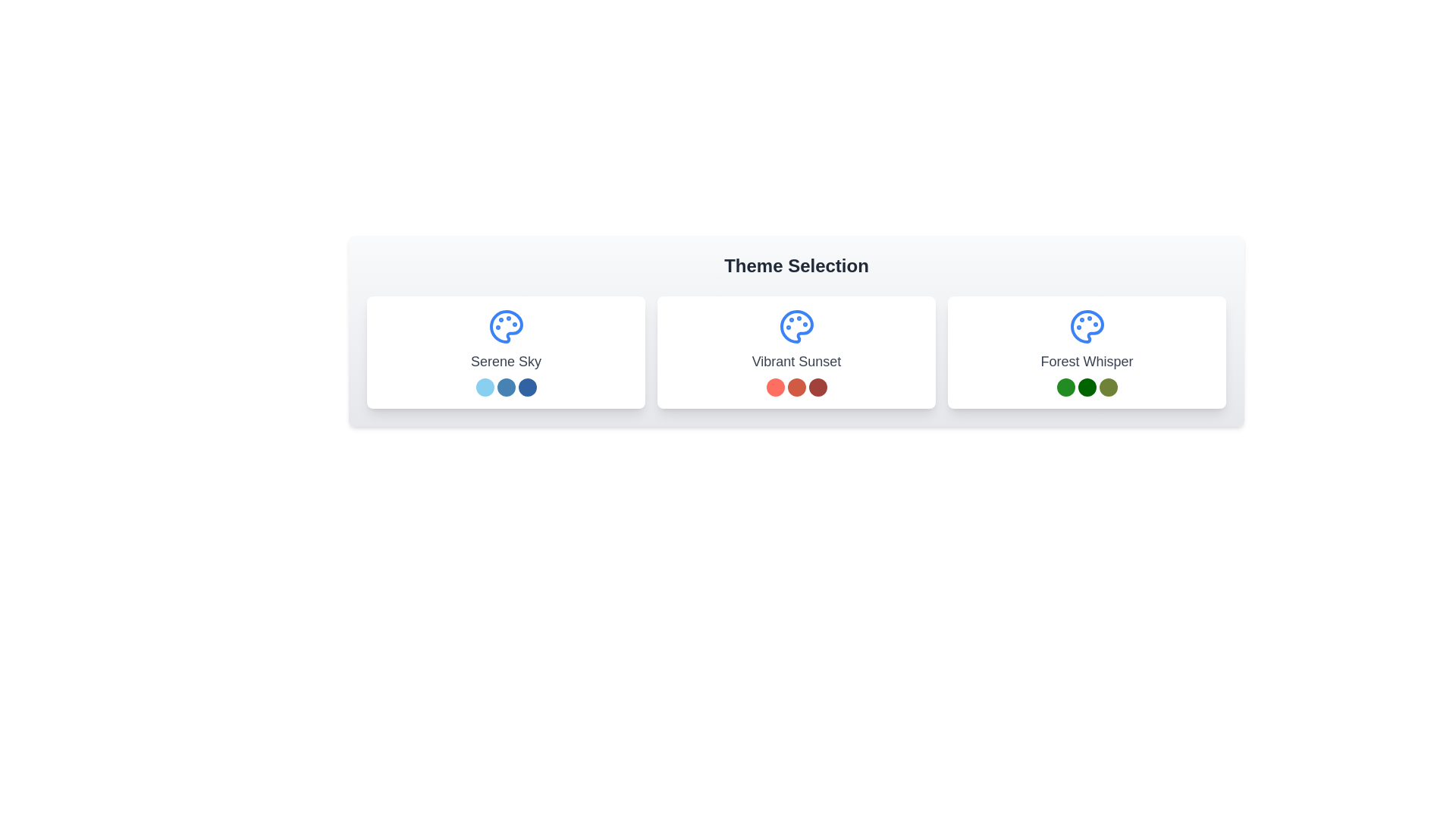 The height and width of the screenshot is (819, 1456). I want to click on the 'Serene Sky' theme icon located in the first card of the theme selection, positioned above the text 'Serene Sky' and the set of blue circular indicators, so click(506, 326).